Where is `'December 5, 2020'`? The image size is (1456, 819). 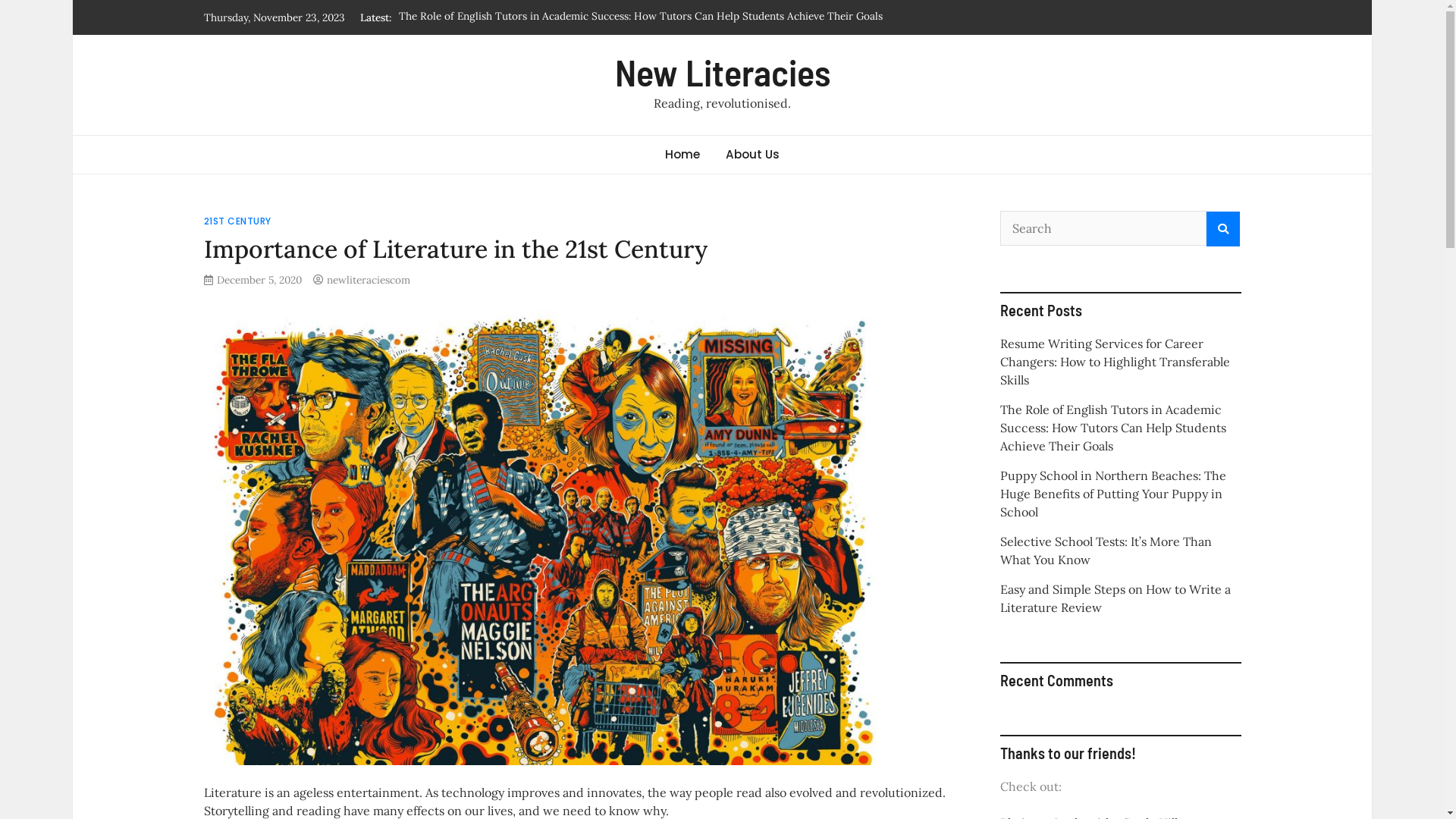
'December 5, 2020' is located at coordinates (259, 280).